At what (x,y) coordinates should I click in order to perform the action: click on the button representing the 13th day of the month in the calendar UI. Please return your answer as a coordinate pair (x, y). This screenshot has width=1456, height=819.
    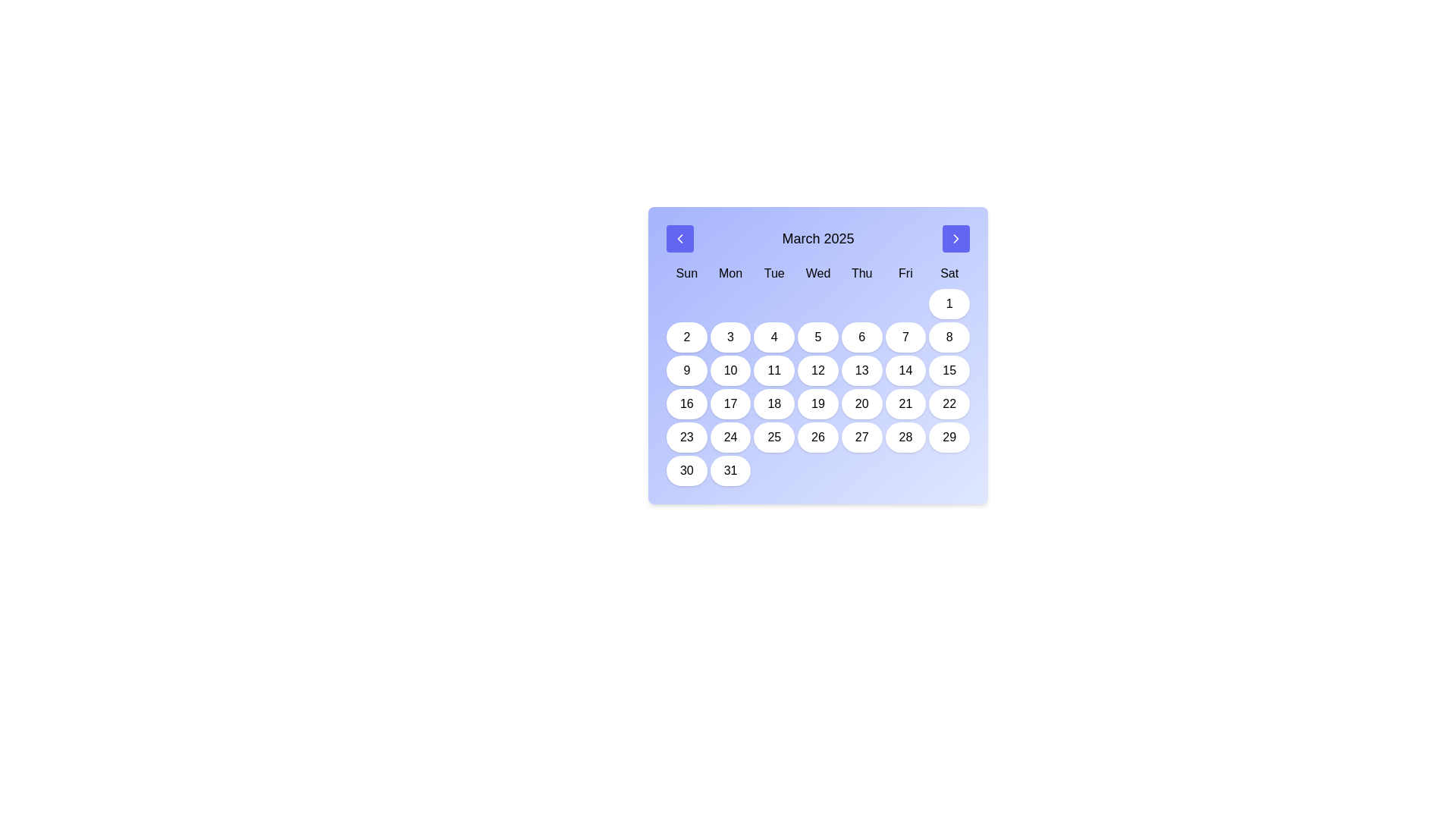
    Looking at the image, I should click on (861, 371).